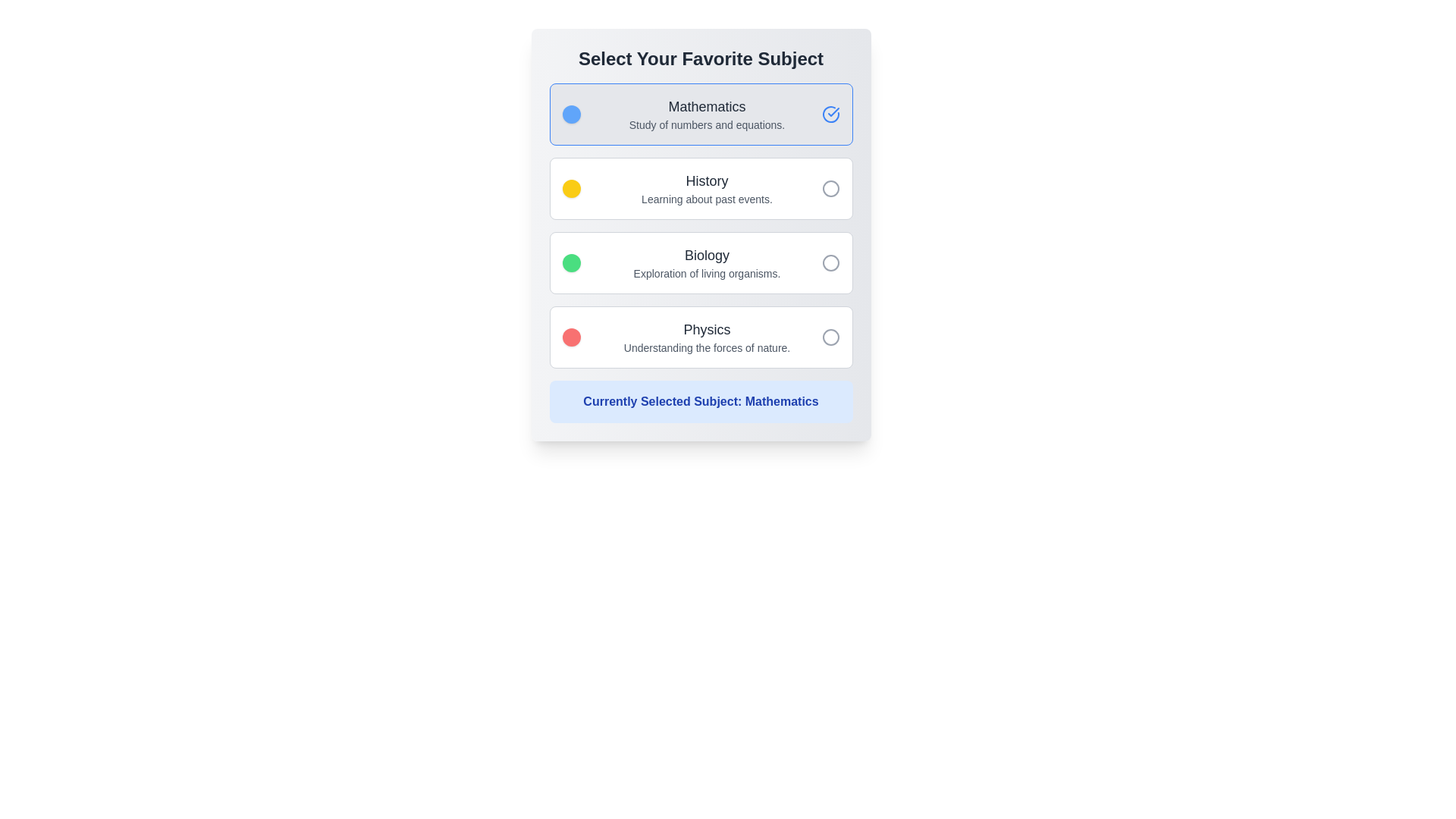 This screenshot has height=819, width=1456. I want to click on the 'Mathematics' selectable card, which is the first card in a vertical list of options, so click(700, 113).